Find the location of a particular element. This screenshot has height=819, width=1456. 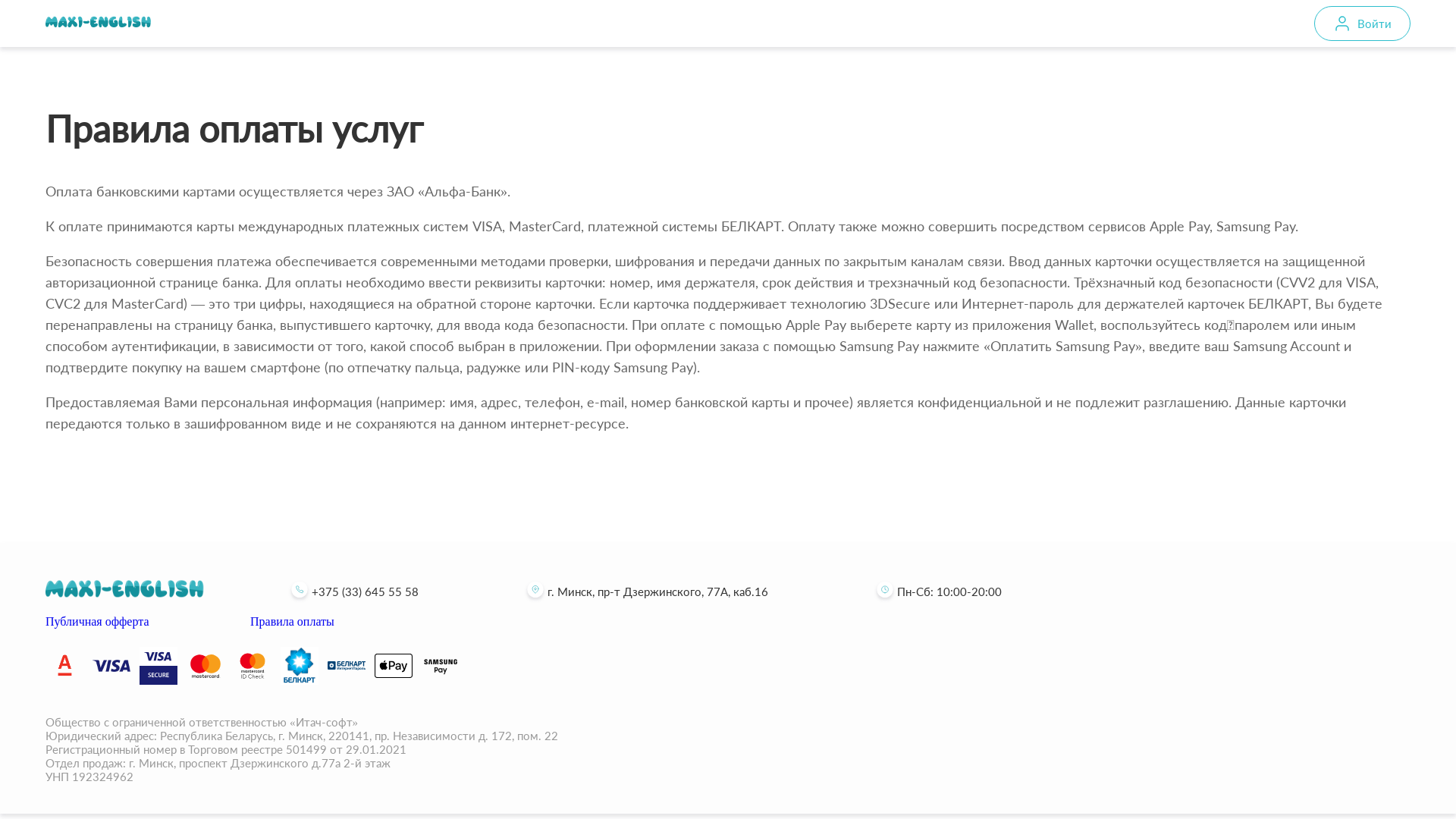

'+375 (33) 645 55 58' is located at coordinates (352, 590).